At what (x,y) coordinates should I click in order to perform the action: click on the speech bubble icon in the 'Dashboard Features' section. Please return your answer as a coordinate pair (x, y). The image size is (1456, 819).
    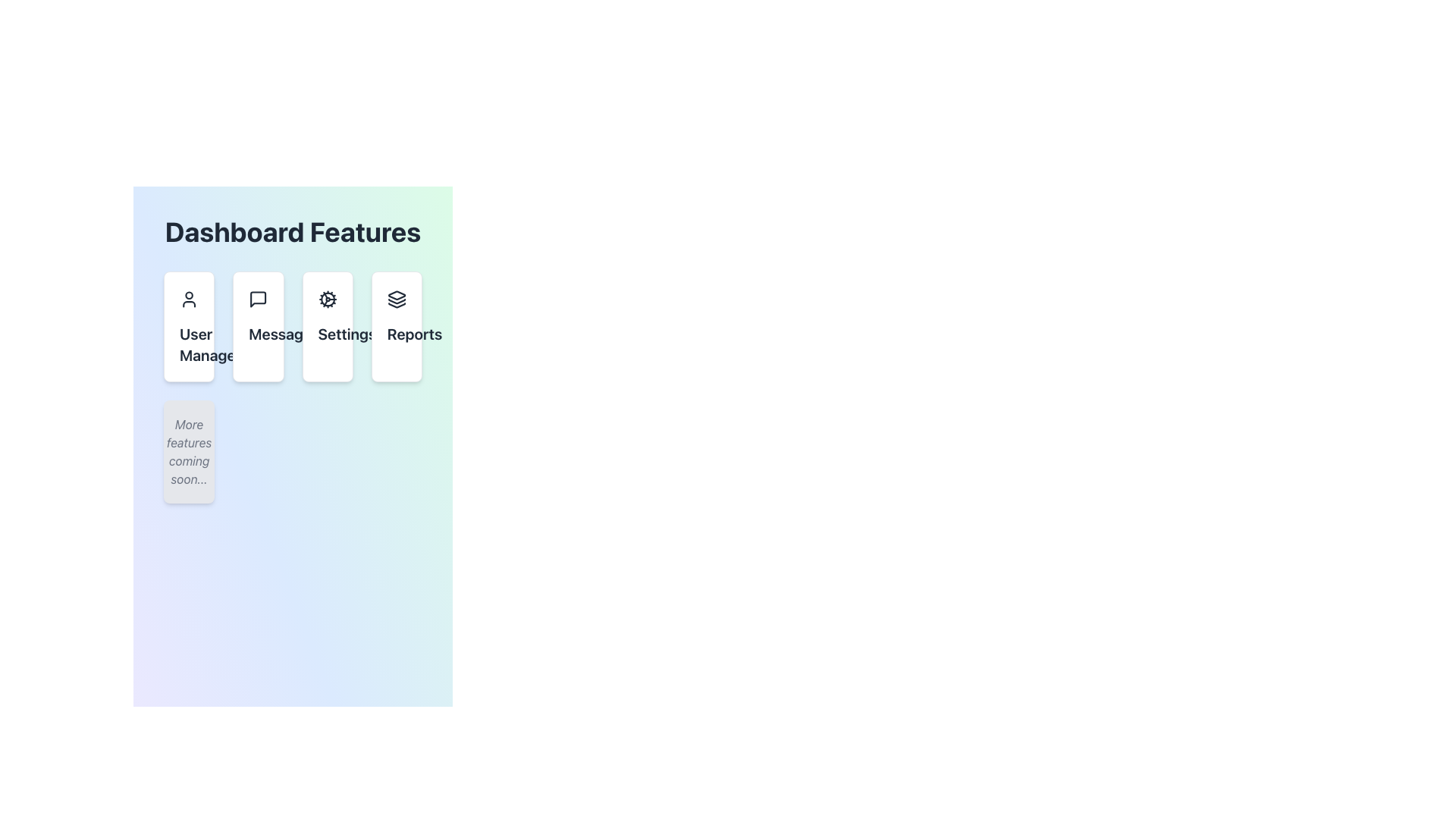
    Looking at the image, I should click on (258, 299).